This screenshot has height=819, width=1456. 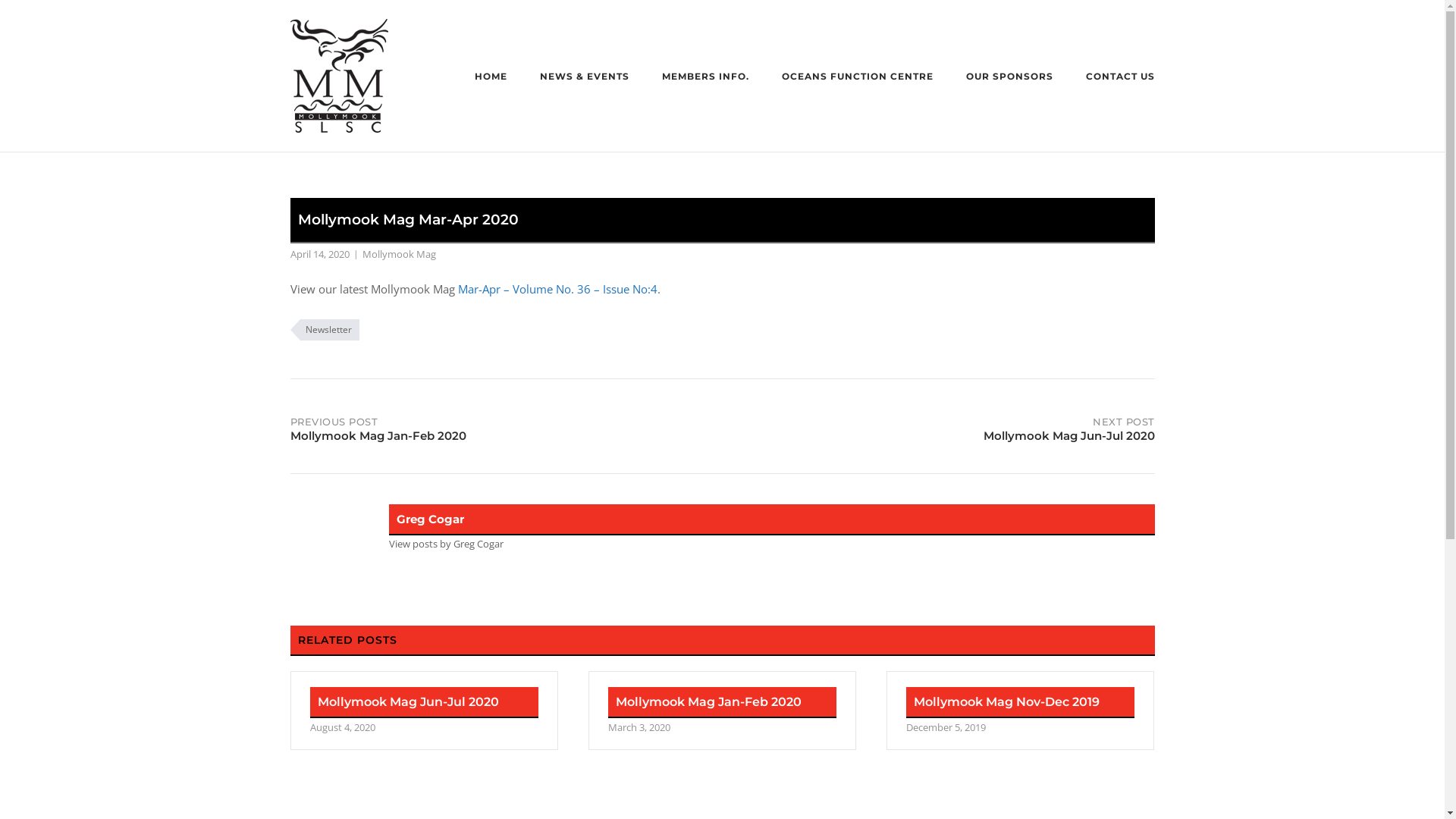 I want to click on 'Mollymook Mag Jun-Jul 2020, so click(x=423, y=711).